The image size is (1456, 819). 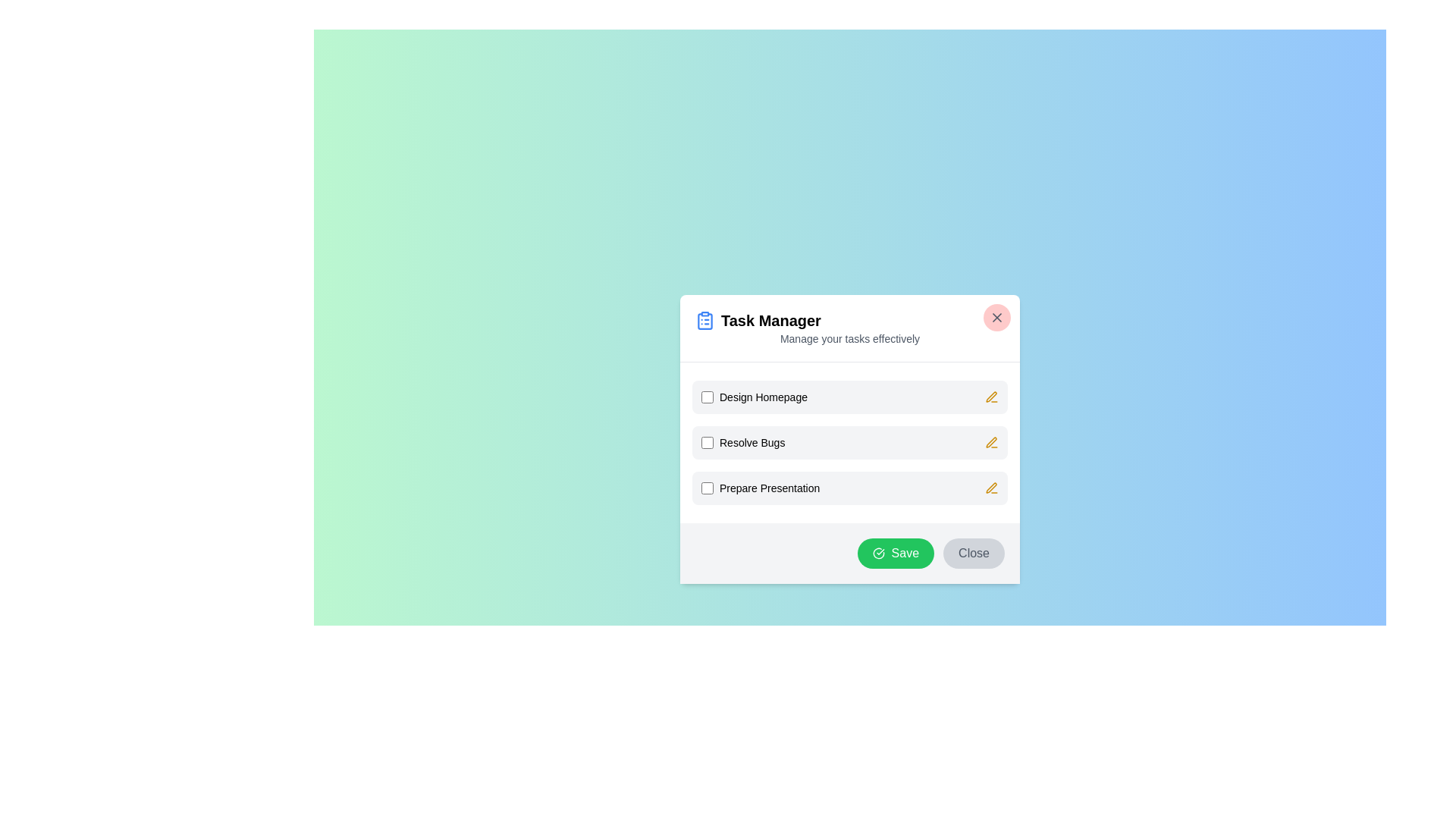 What do you see at coordinates (706, 488) in the screenshot?
I see `the checkbox for 'Prepare Presentation'` at bounding box center [706, 488].